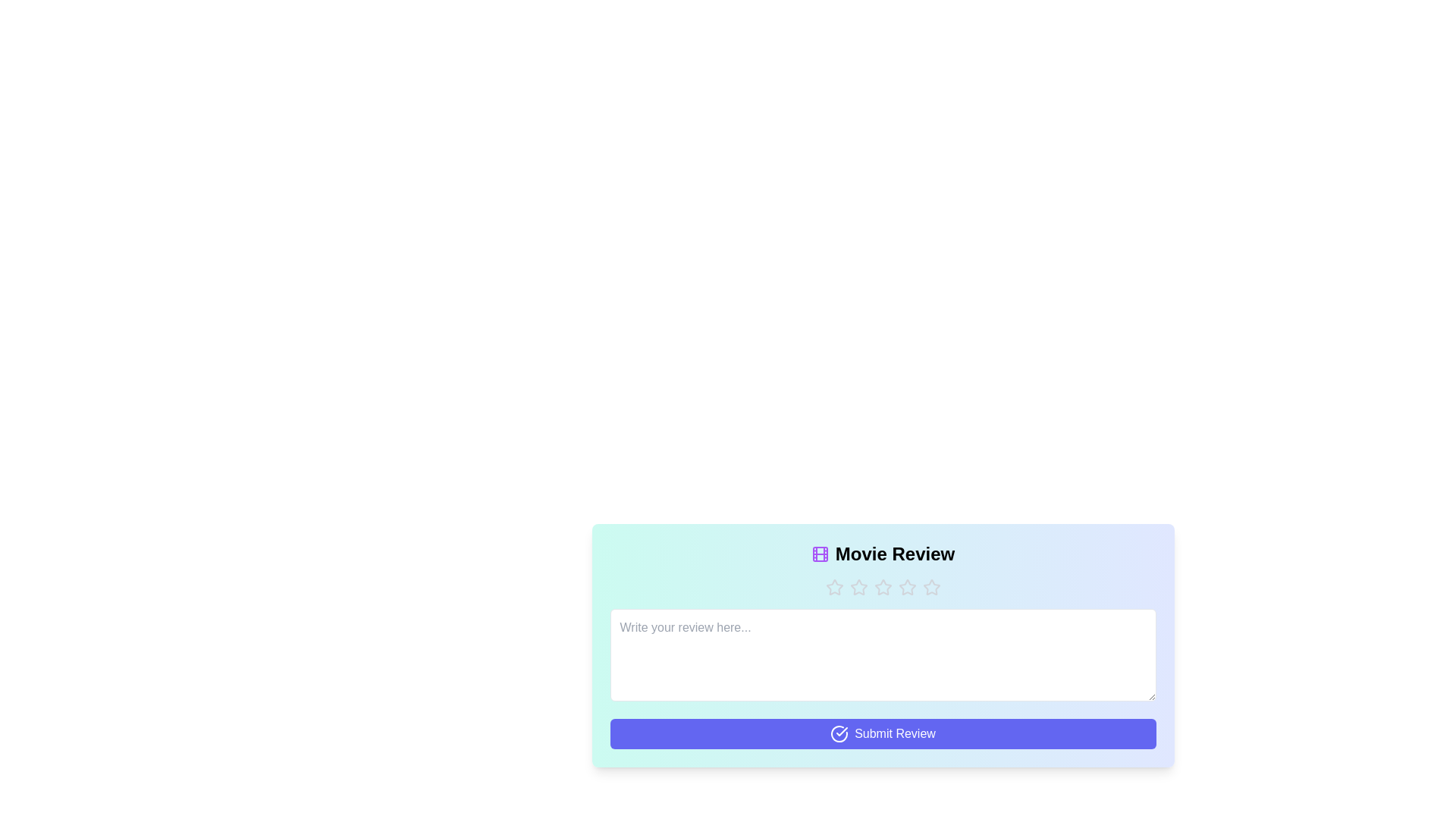 This screenshot has width=1456, height=819. What do you see at coordinates (883, 587) in the screenshot?
I see `the button with text 'Star 3' to observe its hover effect` at bounding box center [883, 587].